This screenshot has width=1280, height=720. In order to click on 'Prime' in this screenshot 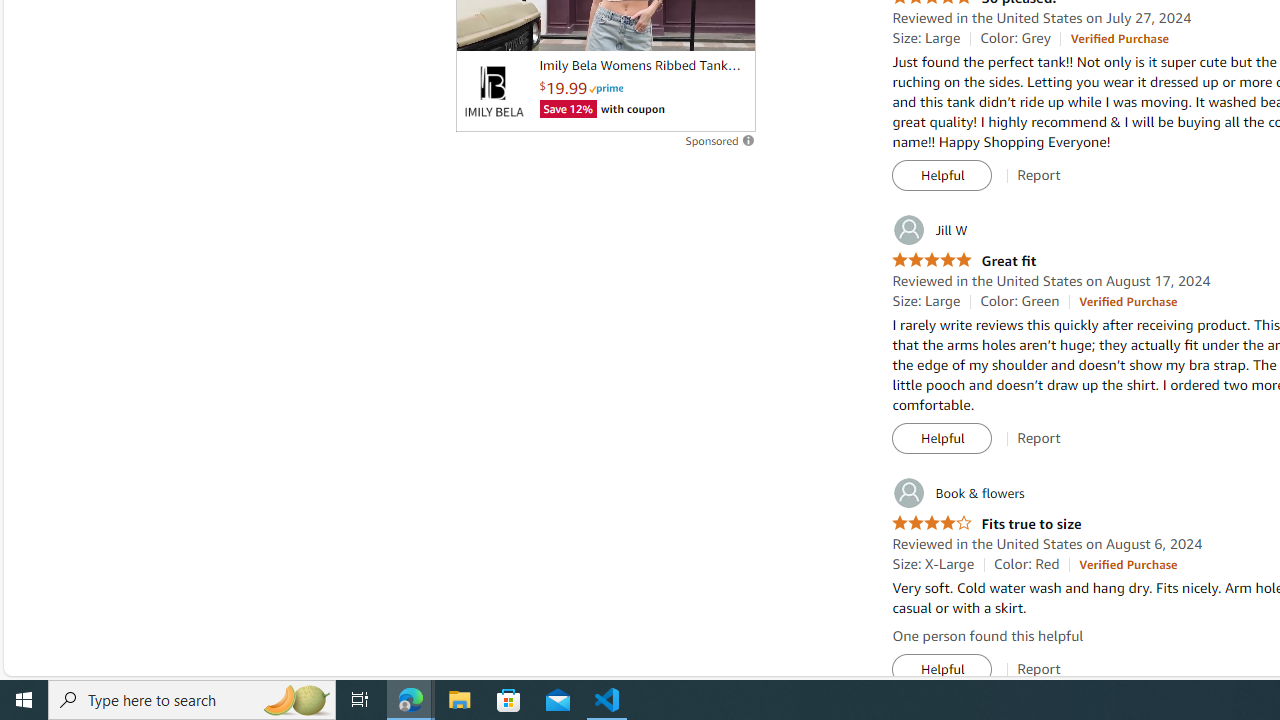, I will do `click(605, 87)`.